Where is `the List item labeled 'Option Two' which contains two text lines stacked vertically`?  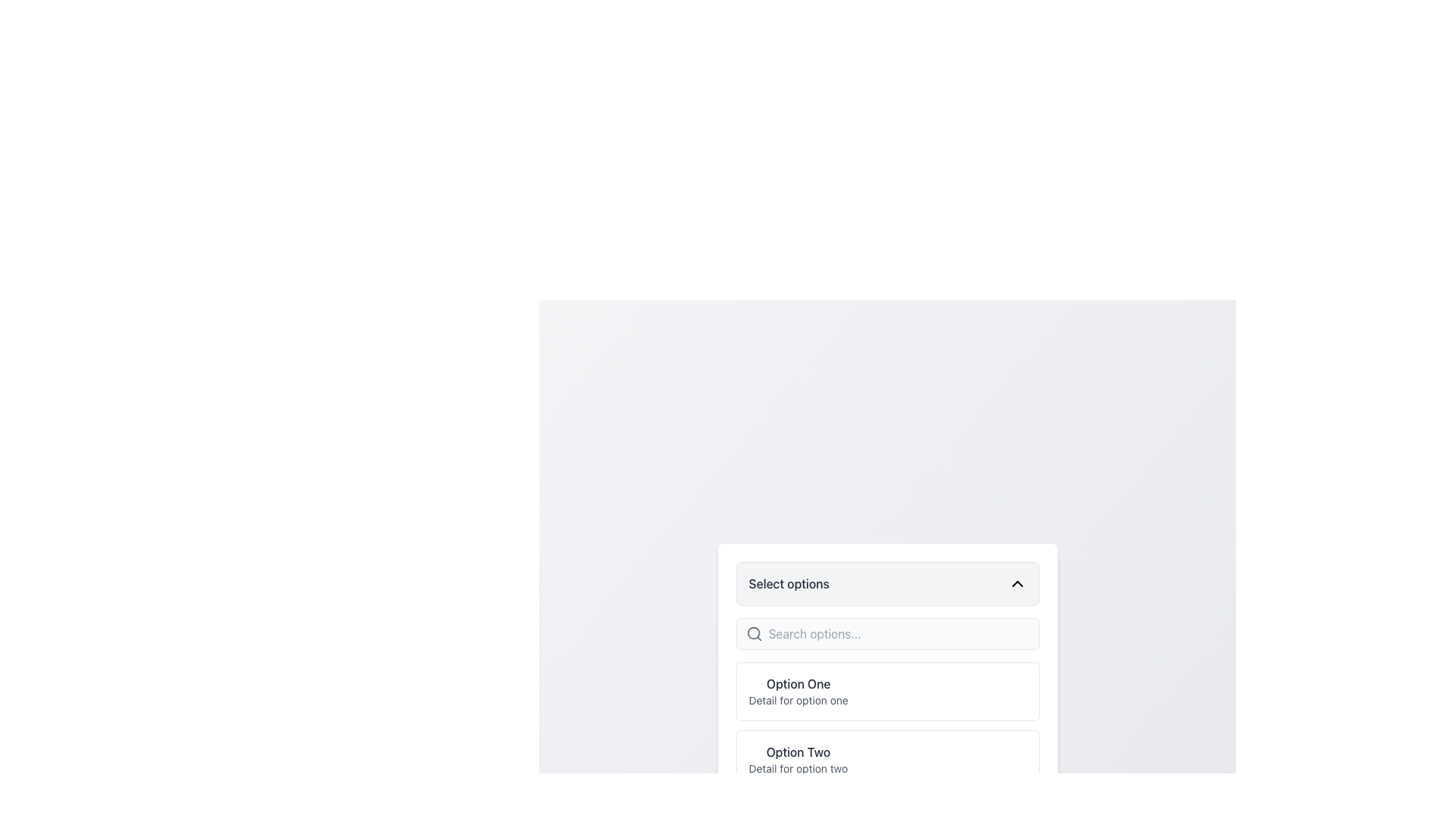
the List item labeled 'Option Two' which contains two text lines stacked vertically is located at coordinates (797, 760).